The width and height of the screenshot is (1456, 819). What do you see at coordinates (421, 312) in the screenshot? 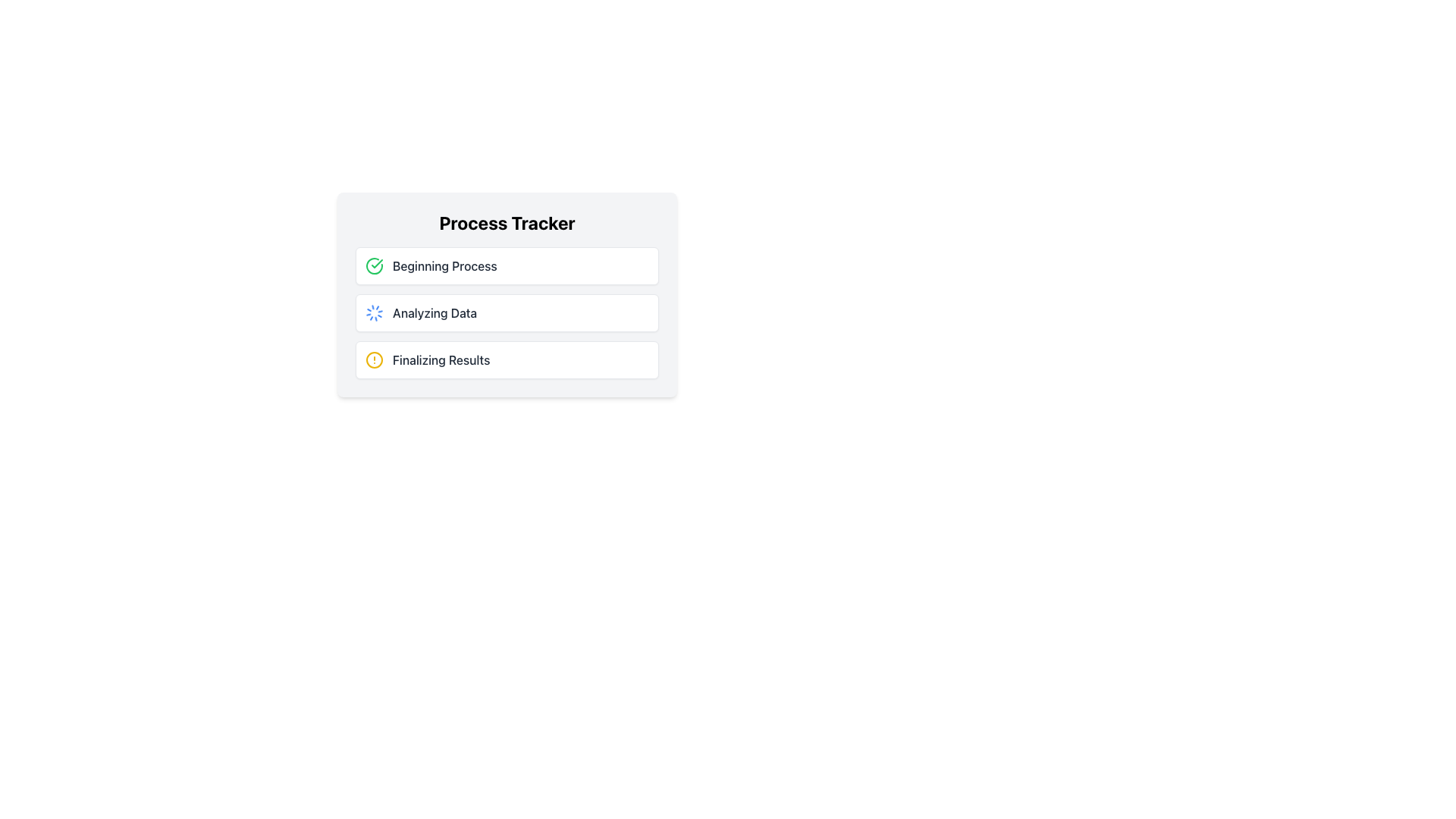
I see `status text 'Analyzing Data' from the second item in the process tracker section, which features a spinning loader icon and is visually distinct with medium-sized, grayish text` at bounding box center [421, 312].